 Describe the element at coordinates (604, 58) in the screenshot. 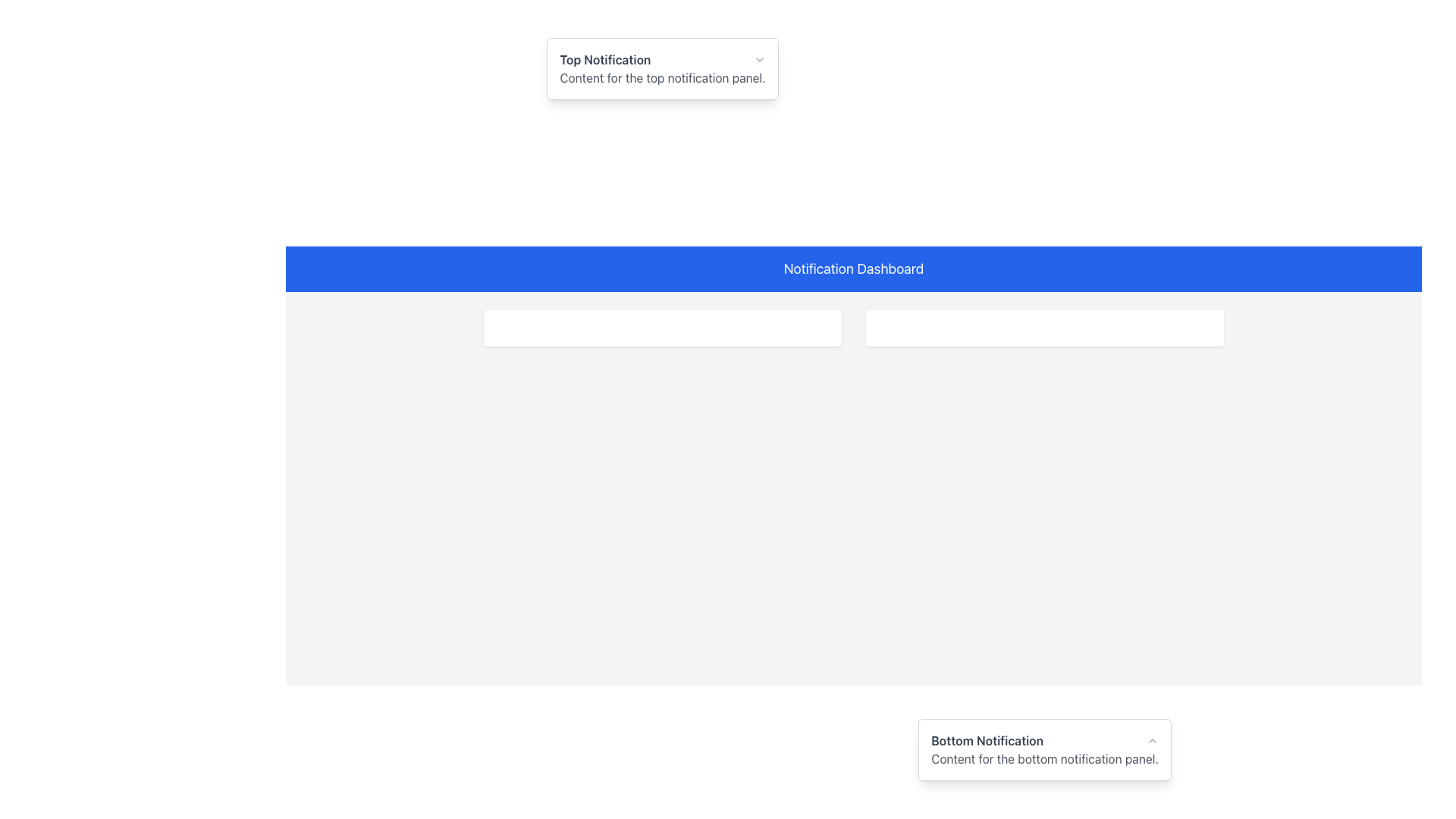

I see `text of the 'Top Notification' label displayed in bold gray font at the top of the notification panel` at that location.